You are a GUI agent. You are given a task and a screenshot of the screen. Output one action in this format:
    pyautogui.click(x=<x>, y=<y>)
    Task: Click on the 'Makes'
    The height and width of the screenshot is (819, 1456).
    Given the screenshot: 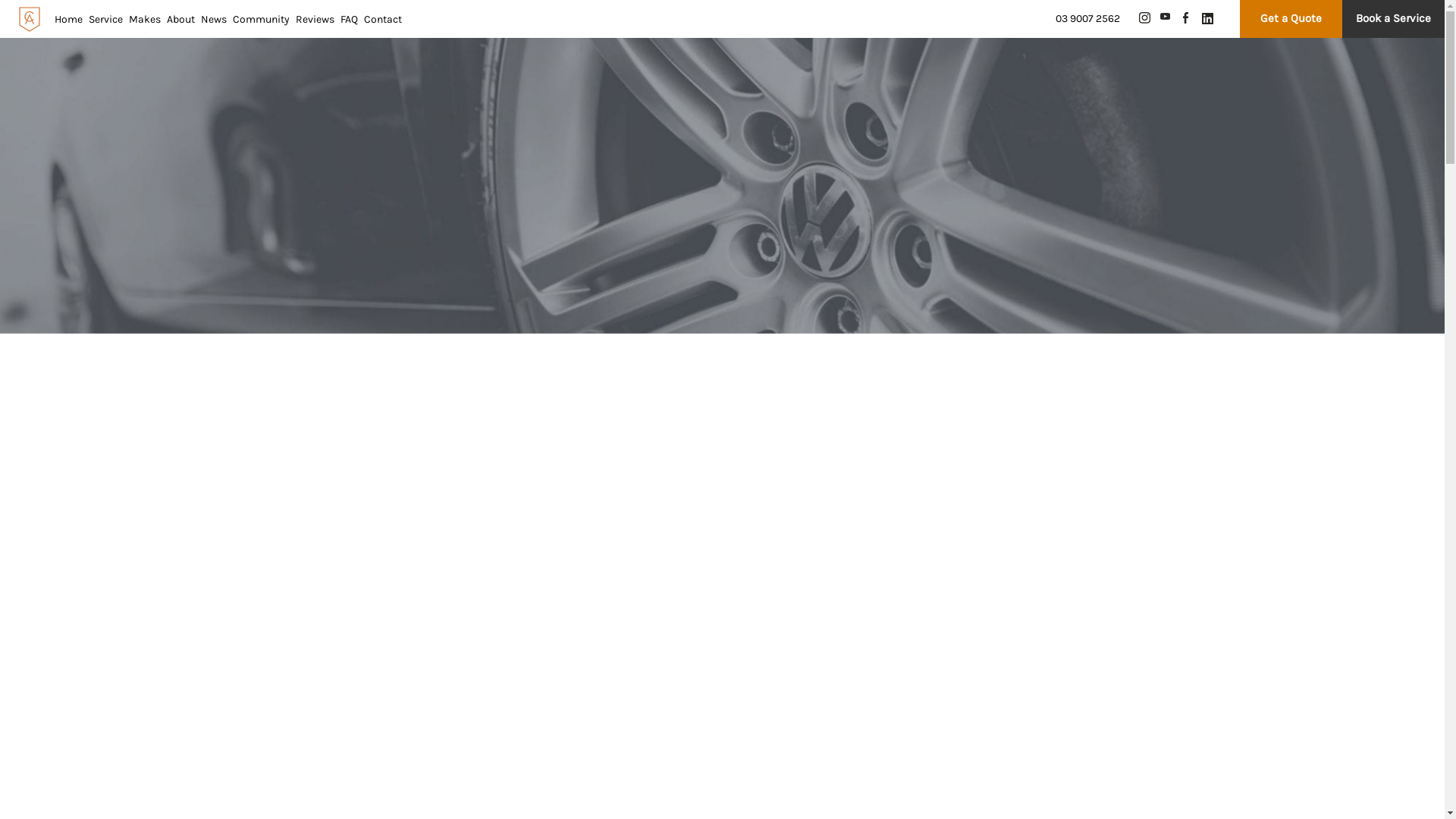 What is the action you would take?
    pyautogui.click(x=145, y=19)
    